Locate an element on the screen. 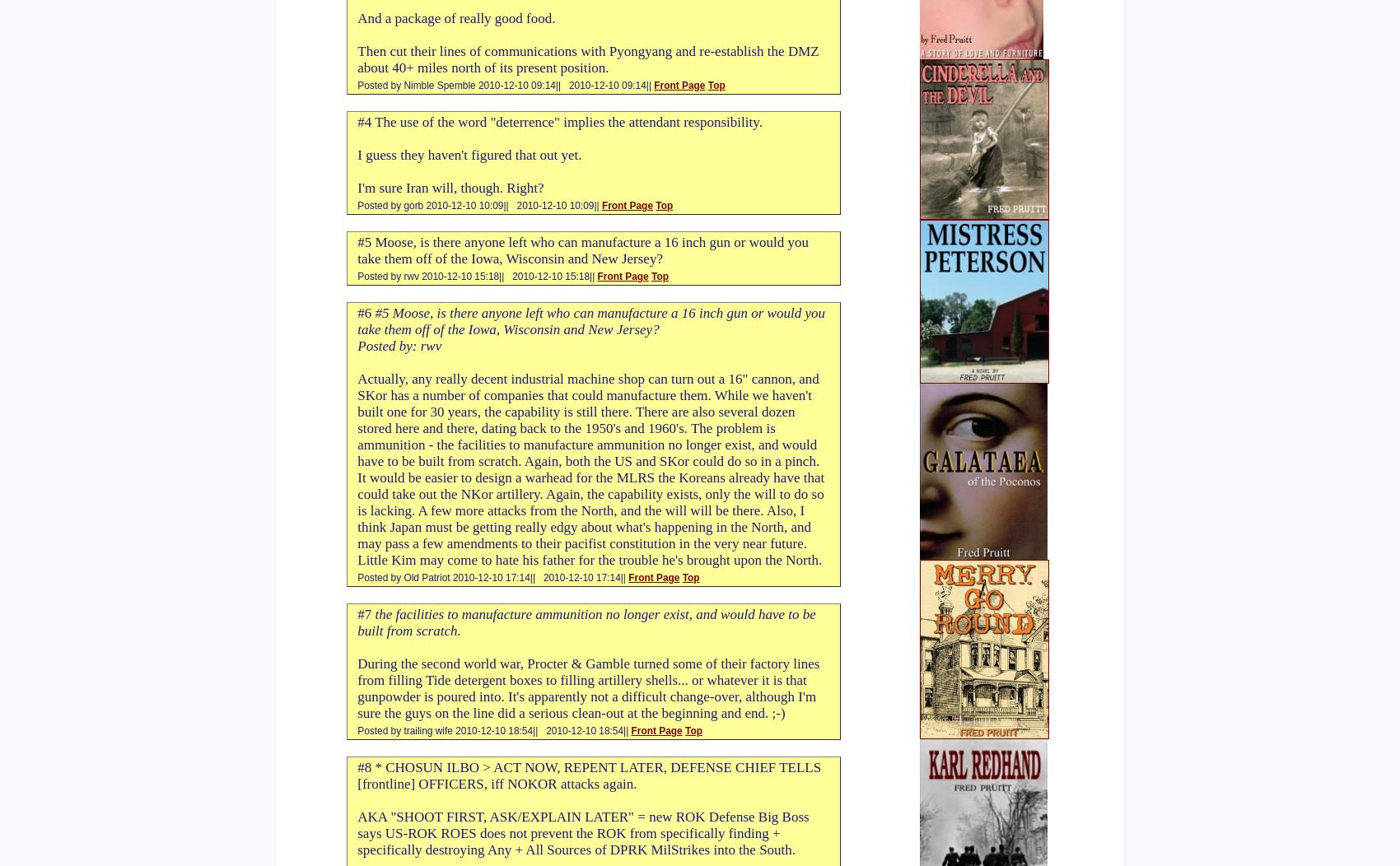  'Posted by: rwv' is located at coordinates (357, 345).